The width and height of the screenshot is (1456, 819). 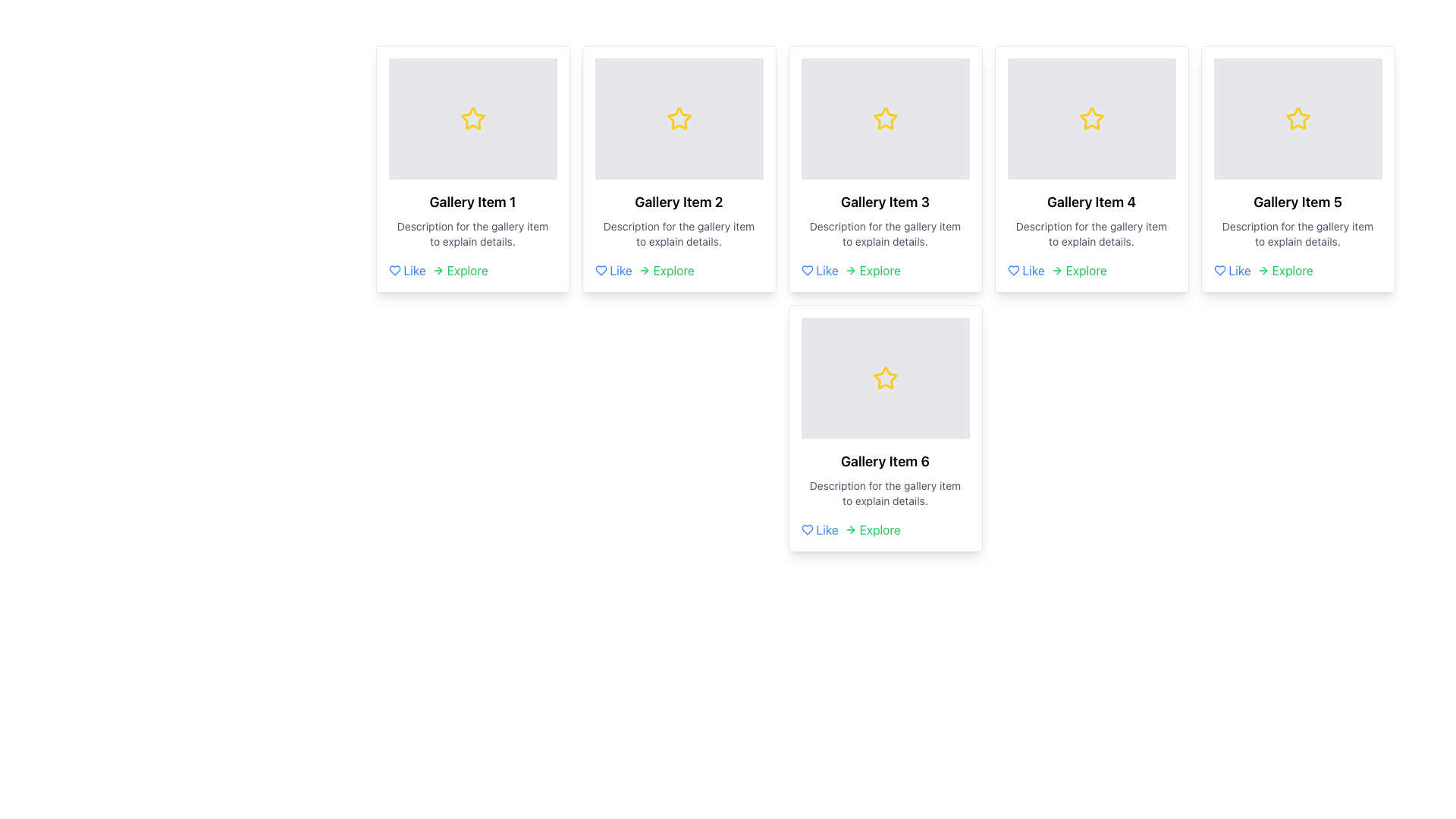 I want to click on the heart-shaped icon with a blue outline, which is part of the 'Like' label under Gallery Item 4, so click(x=1013, y=270).